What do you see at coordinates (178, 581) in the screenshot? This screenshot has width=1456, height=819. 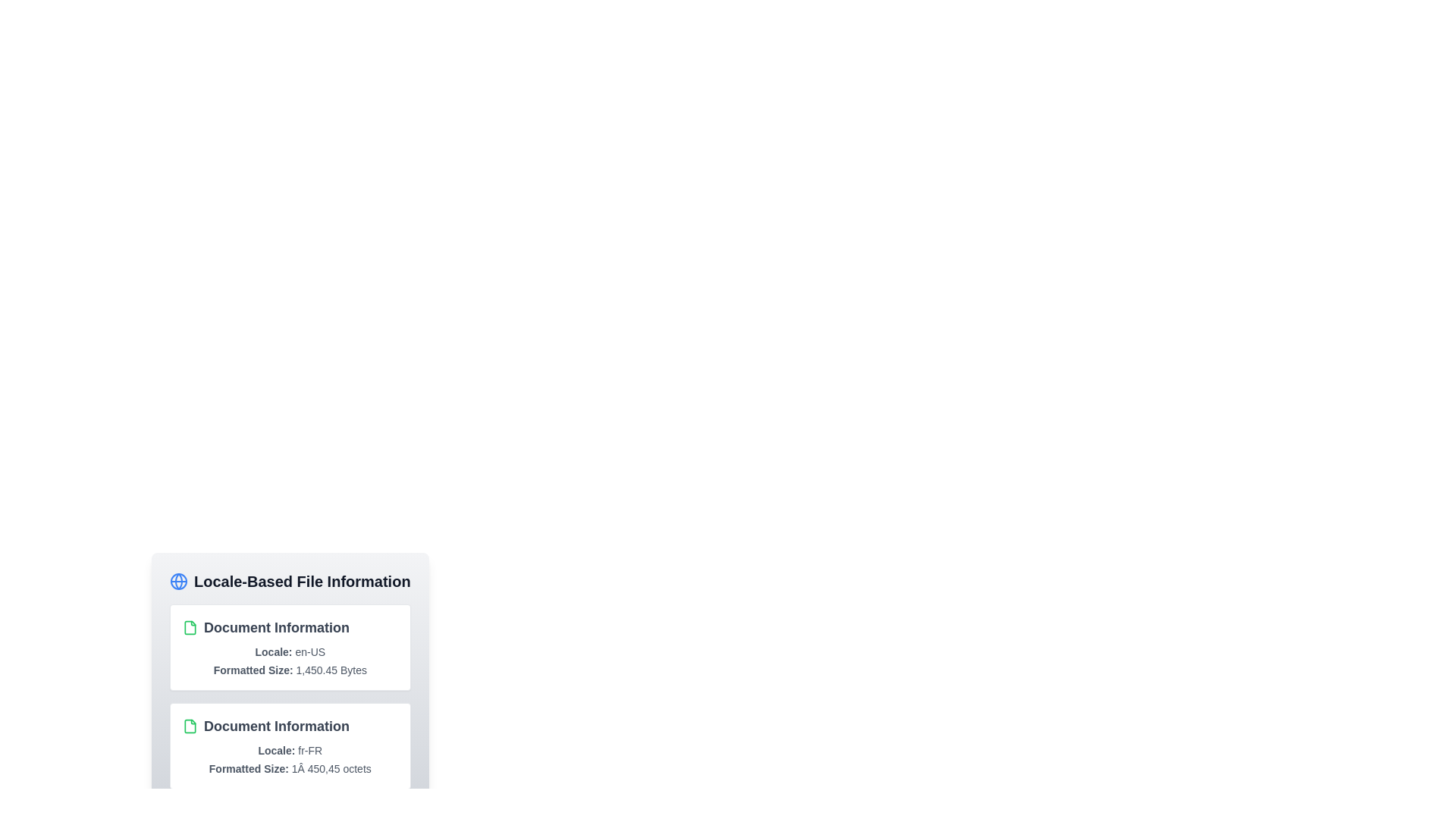 I see `the blue circular SVG shape located centrally inside the globe icon, which is positioned to the left of the 'Locale-Based File Information' label` at bounding box center [178, 581].